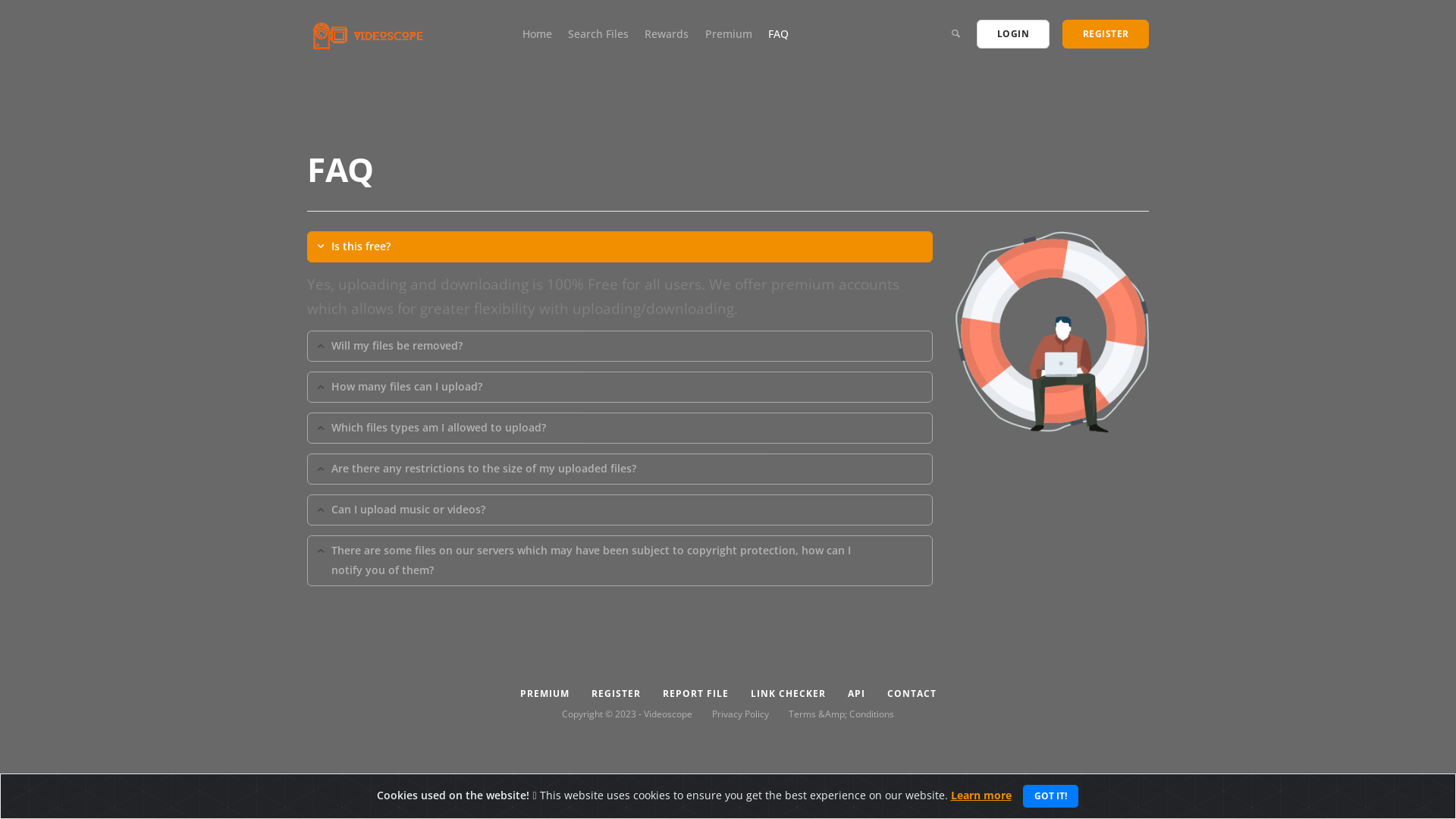  Describe the element at coordinates (597, 33) in the screenshot. I see `'Search Files'` at that location.